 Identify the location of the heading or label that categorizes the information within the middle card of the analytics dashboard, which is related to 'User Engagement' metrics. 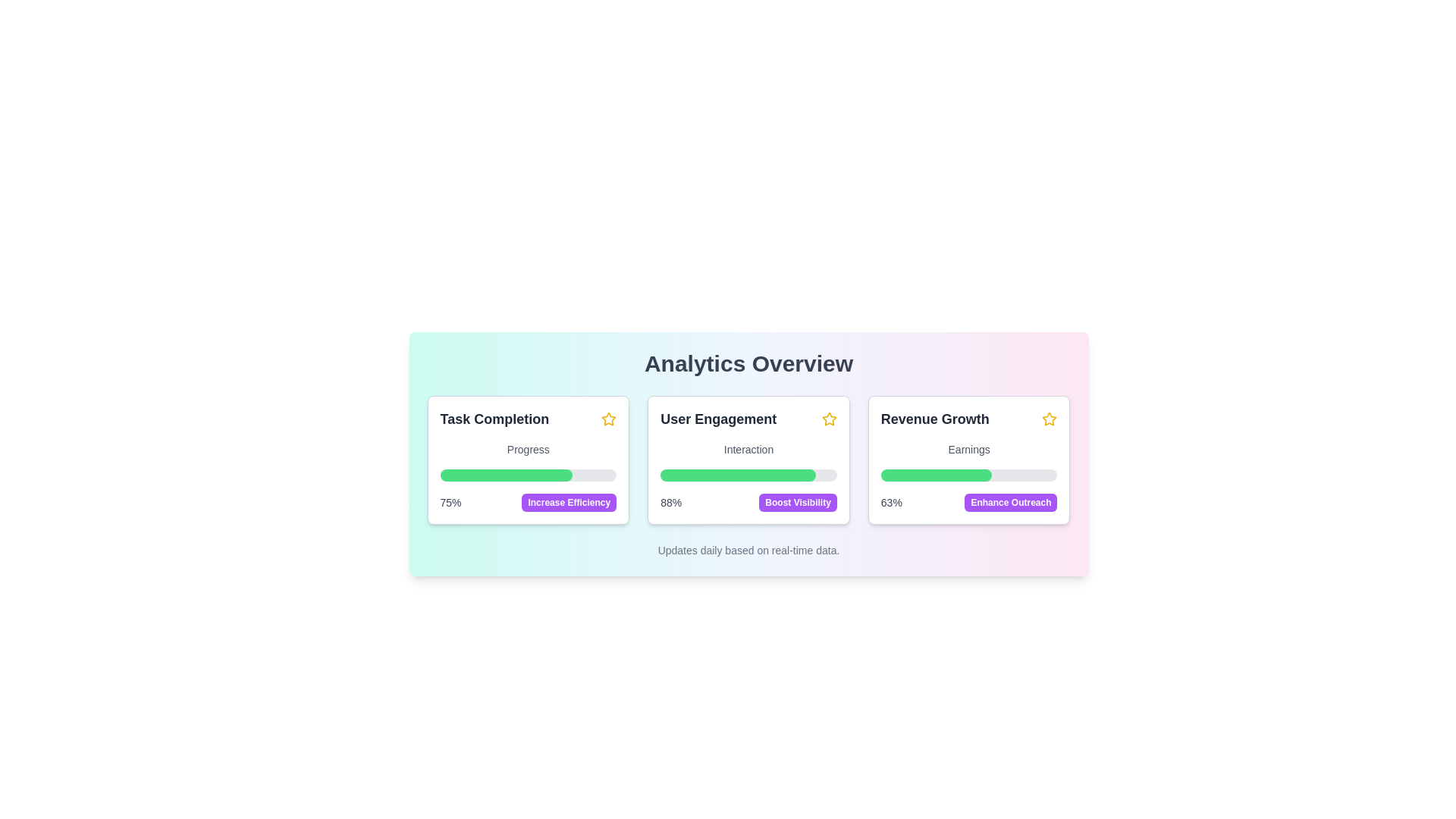
(717, 419).